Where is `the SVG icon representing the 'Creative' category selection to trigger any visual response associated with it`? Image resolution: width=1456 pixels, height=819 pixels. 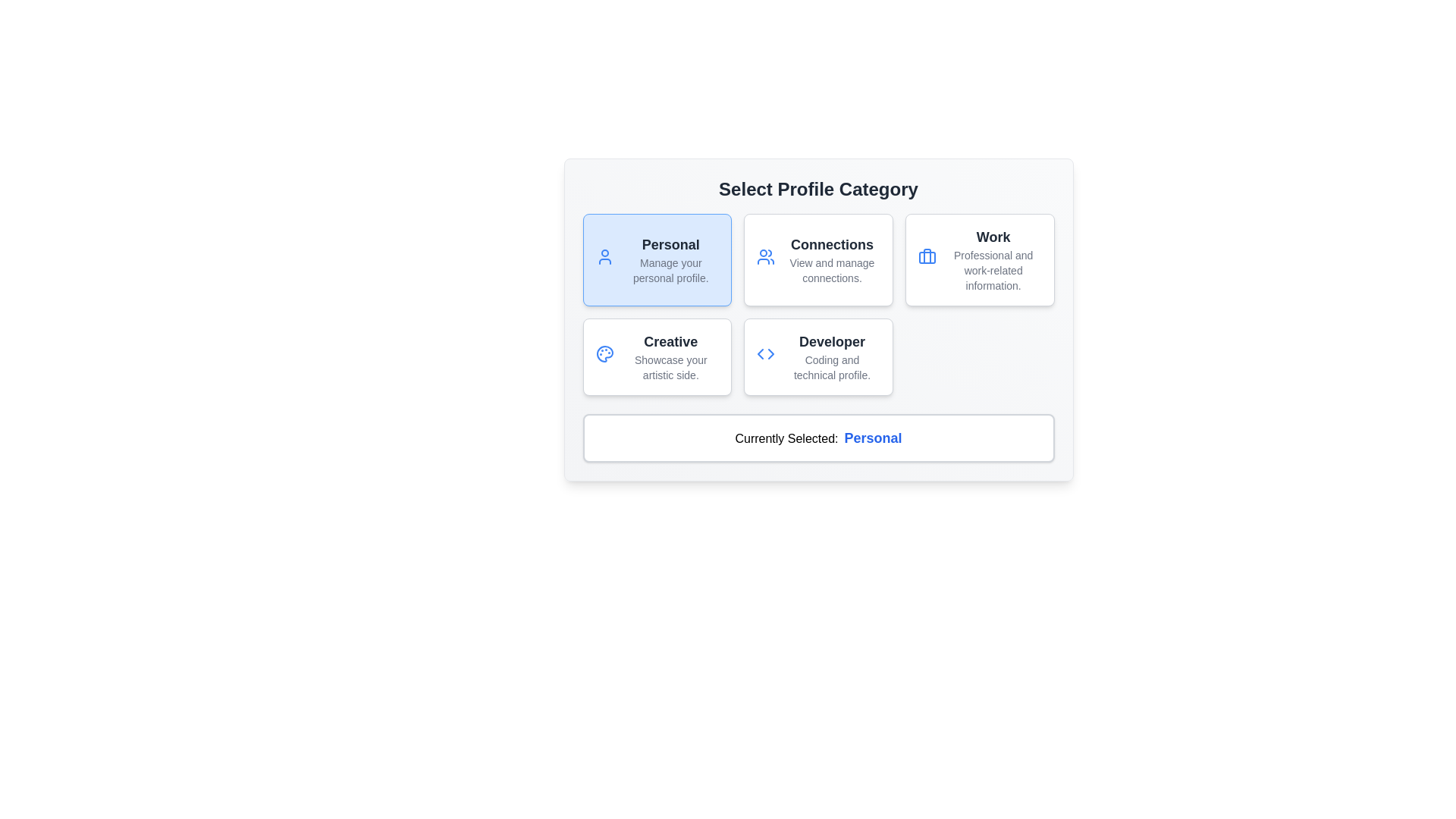
the SVG icon representing the 'Creative' category selection to trigger any visual response associated with it is located at coordinates (604, 353).